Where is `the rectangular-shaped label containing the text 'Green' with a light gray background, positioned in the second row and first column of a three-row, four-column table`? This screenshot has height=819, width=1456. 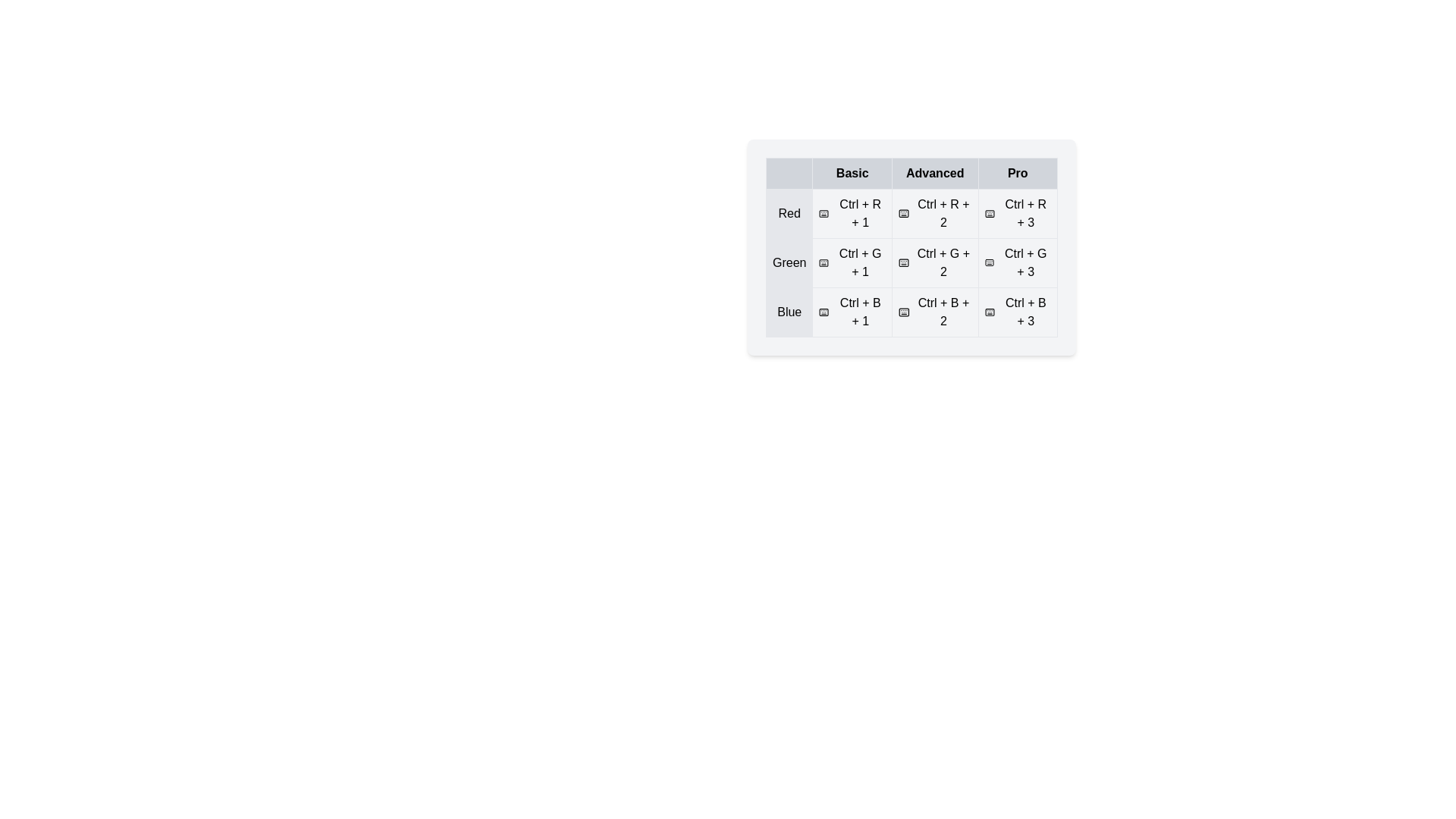 the rectangular-shaped label containing the text 'Green' with a light gray background, positioned in the second row and first column of a three-row, four-column table is located at coordinates (789, 262).